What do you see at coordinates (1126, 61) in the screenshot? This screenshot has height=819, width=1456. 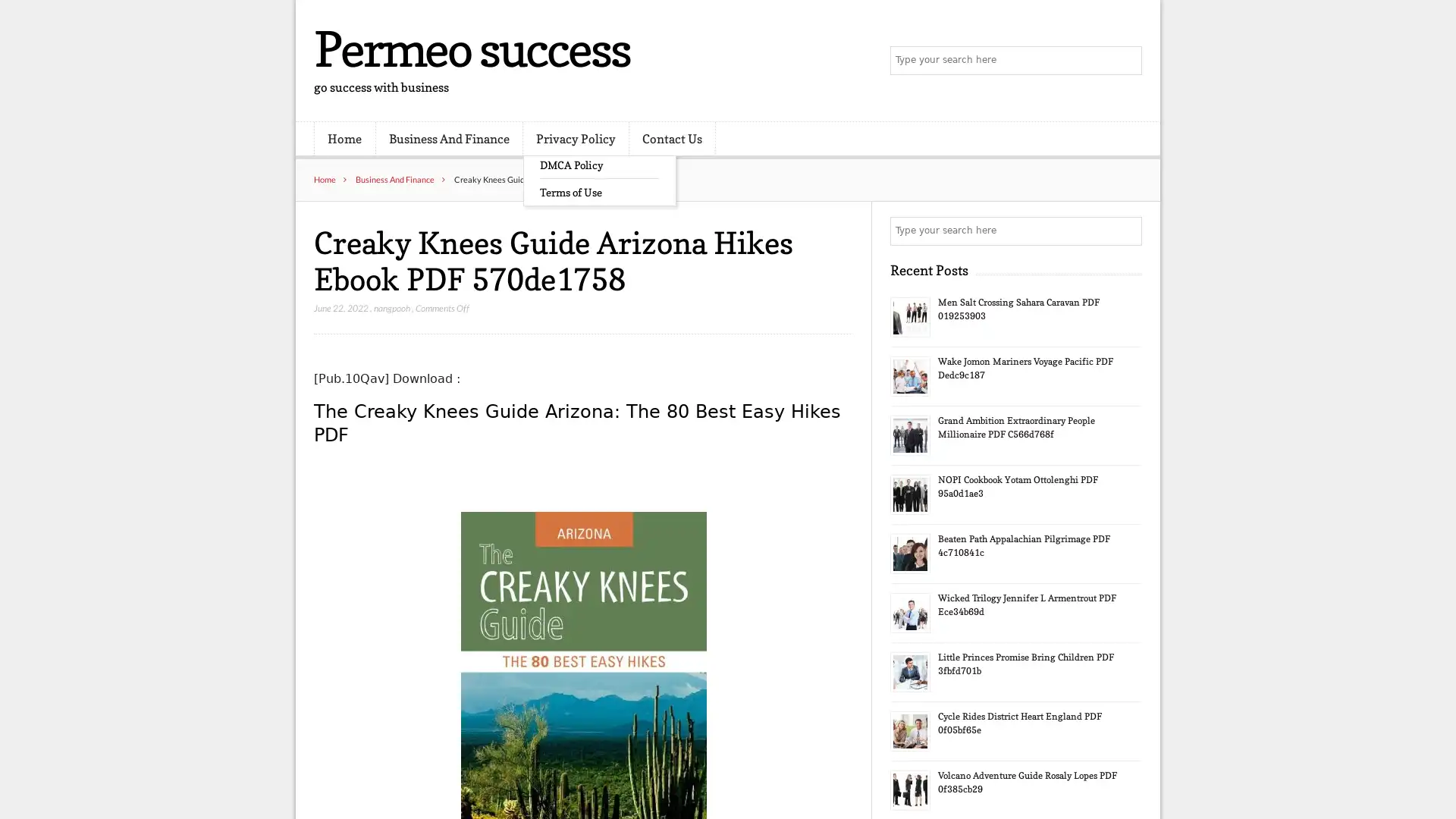 I see `Search` at bounding box center [1126, 61].